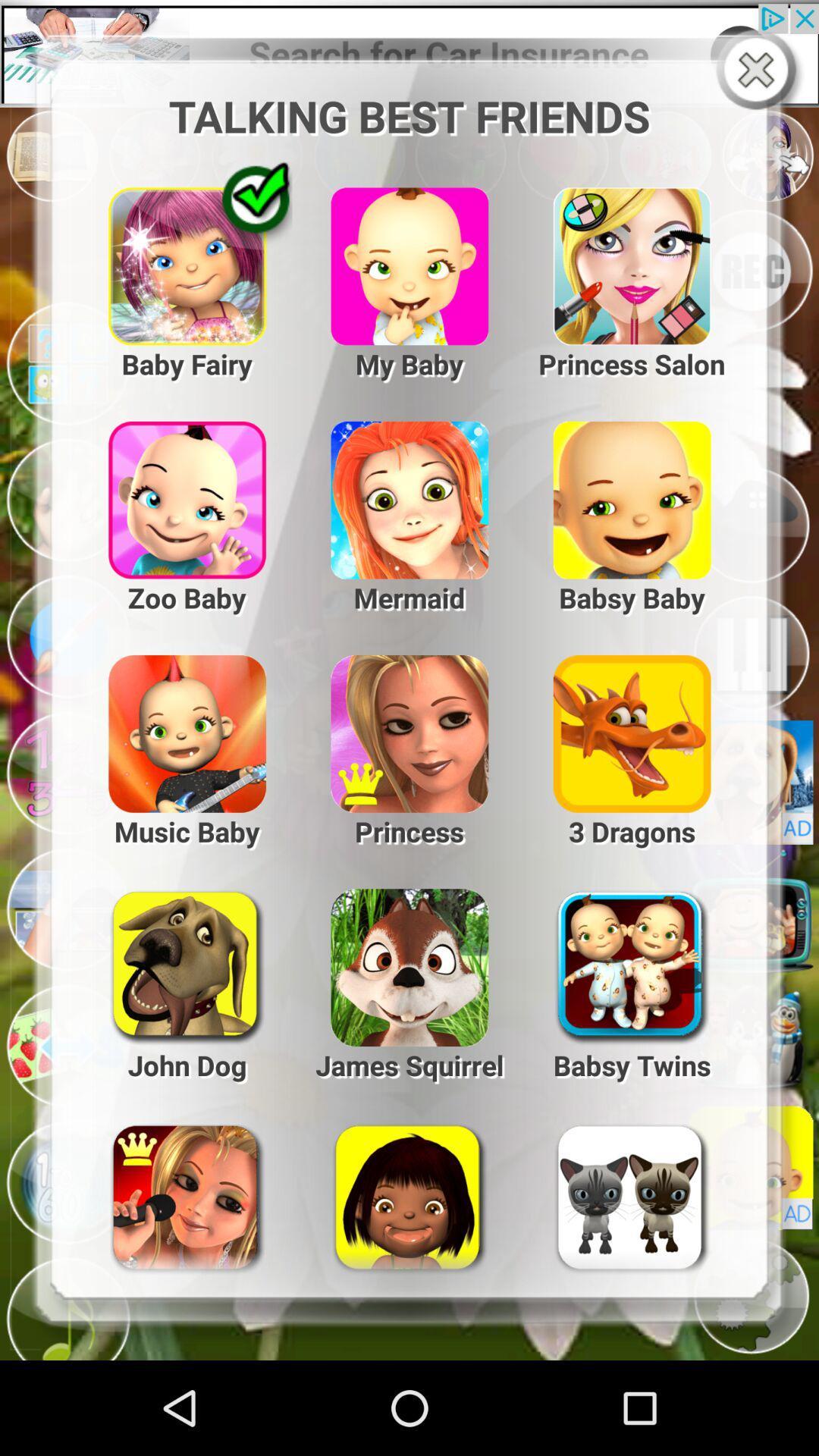 The height and width of the screenshot is (1456, 819). What do you see at coordinates (759, 71) in the screenshot?
I see `window` at bounding box center [759, 71].